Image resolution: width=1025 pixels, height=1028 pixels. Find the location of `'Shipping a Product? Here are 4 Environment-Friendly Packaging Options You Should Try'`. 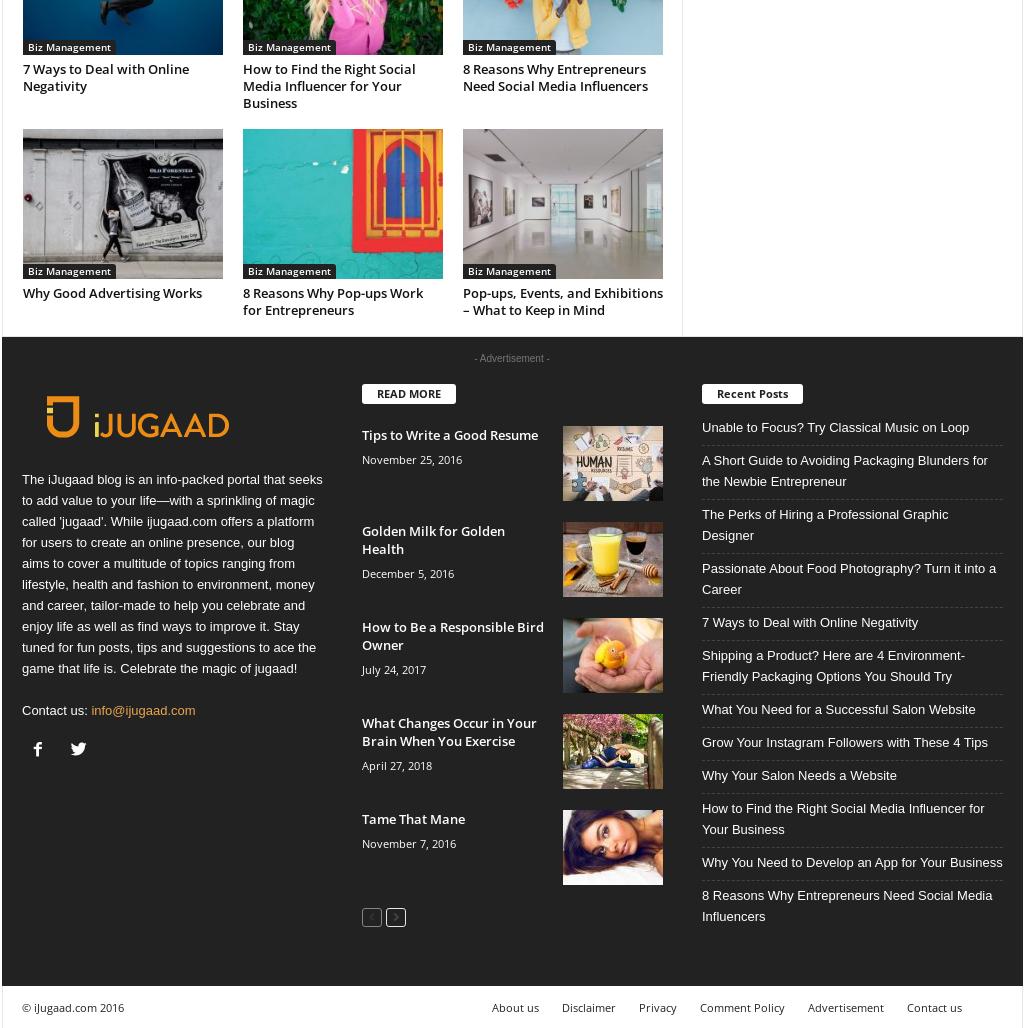

'Shipping a Product? Here are 4 Environment-Friendly Packaging Options You Should Try' is located at coordinates (832, 665).